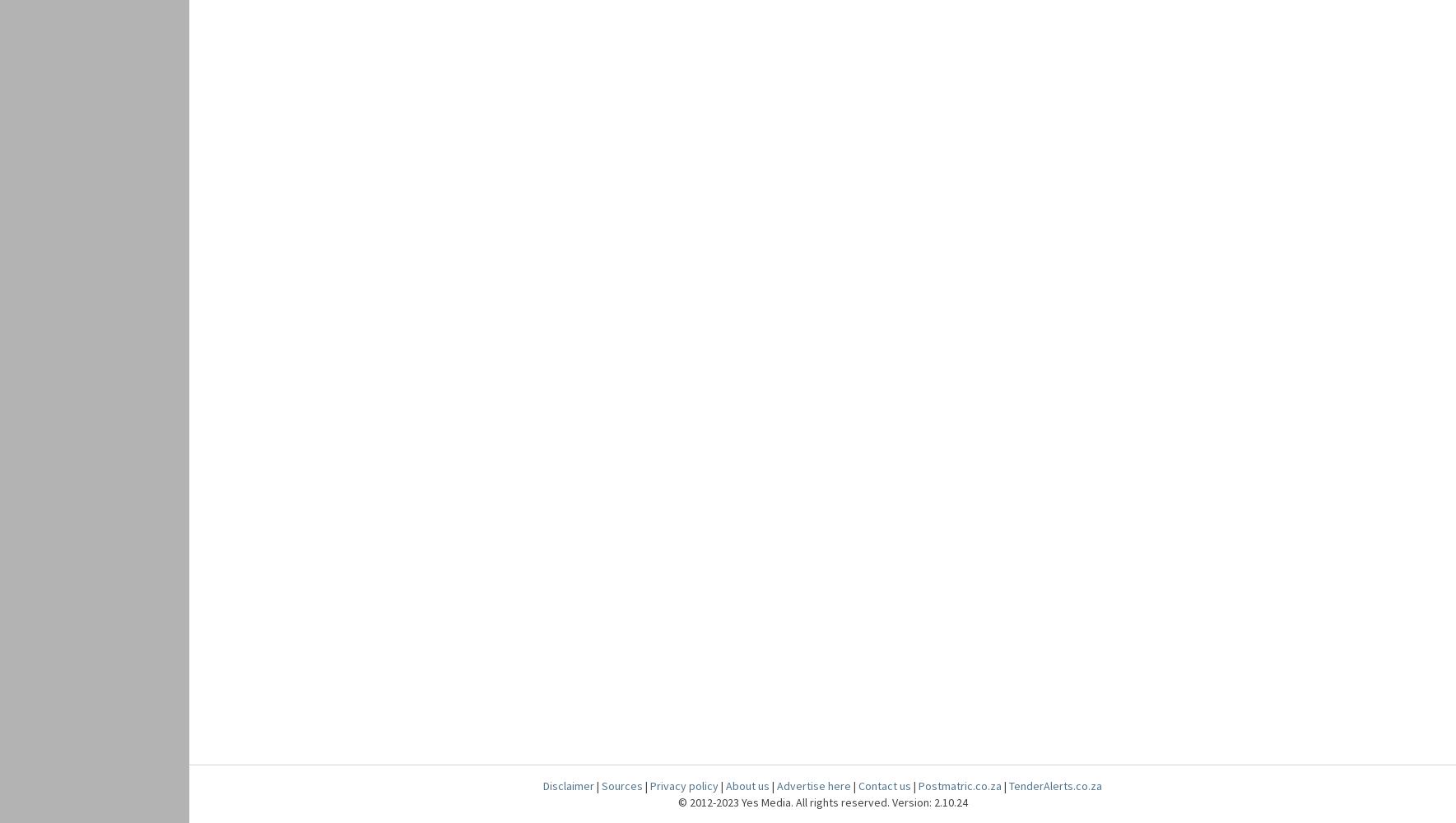 The image size is (1456, 823). I want to click on 'Postmatric.co.za', so click(959, 785).